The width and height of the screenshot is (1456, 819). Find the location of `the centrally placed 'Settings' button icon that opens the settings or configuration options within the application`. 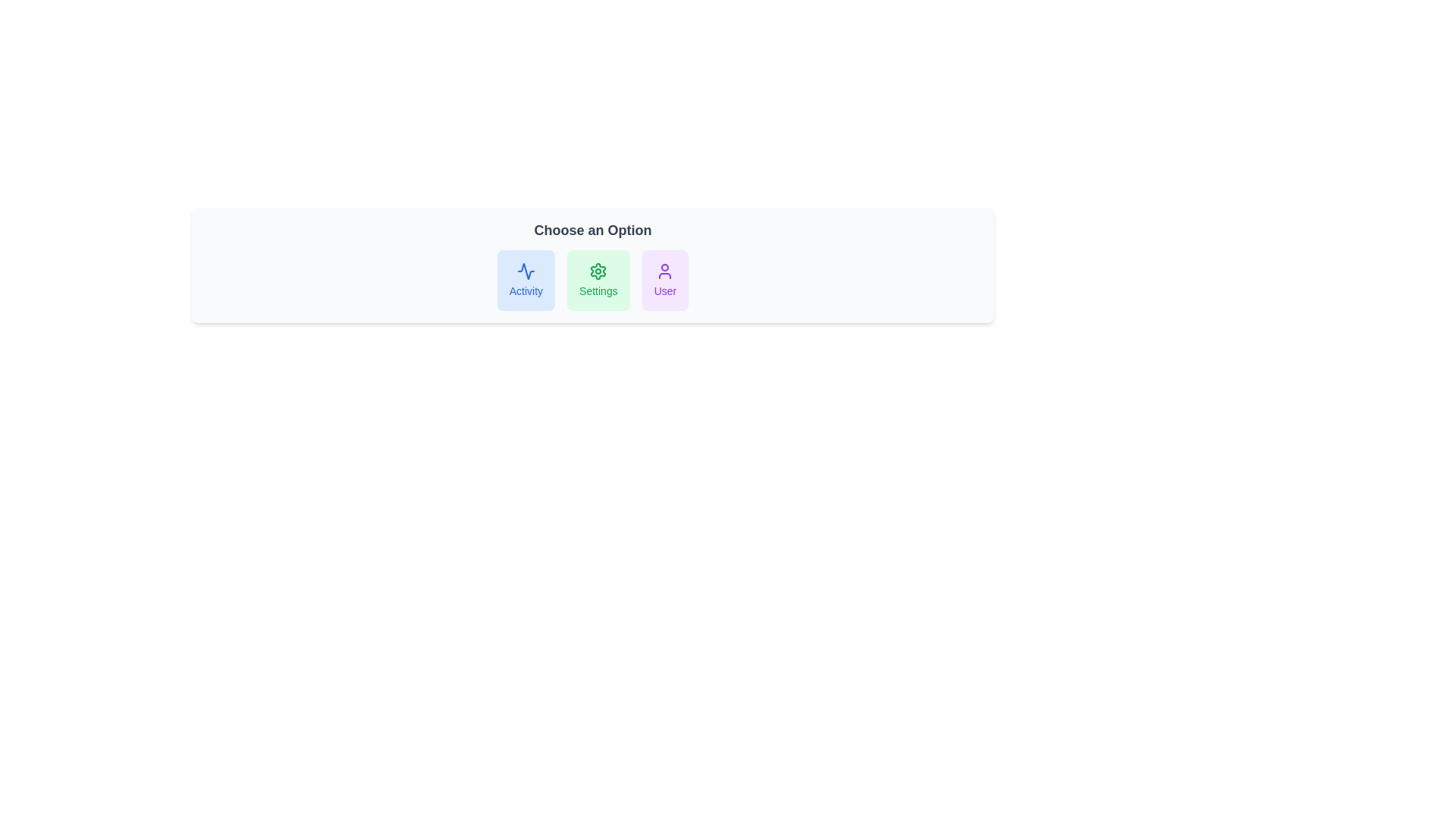

the centrally placed 'Settings' button icon that opens the settings or configuration options within the application is located at coordinates (598, 271).